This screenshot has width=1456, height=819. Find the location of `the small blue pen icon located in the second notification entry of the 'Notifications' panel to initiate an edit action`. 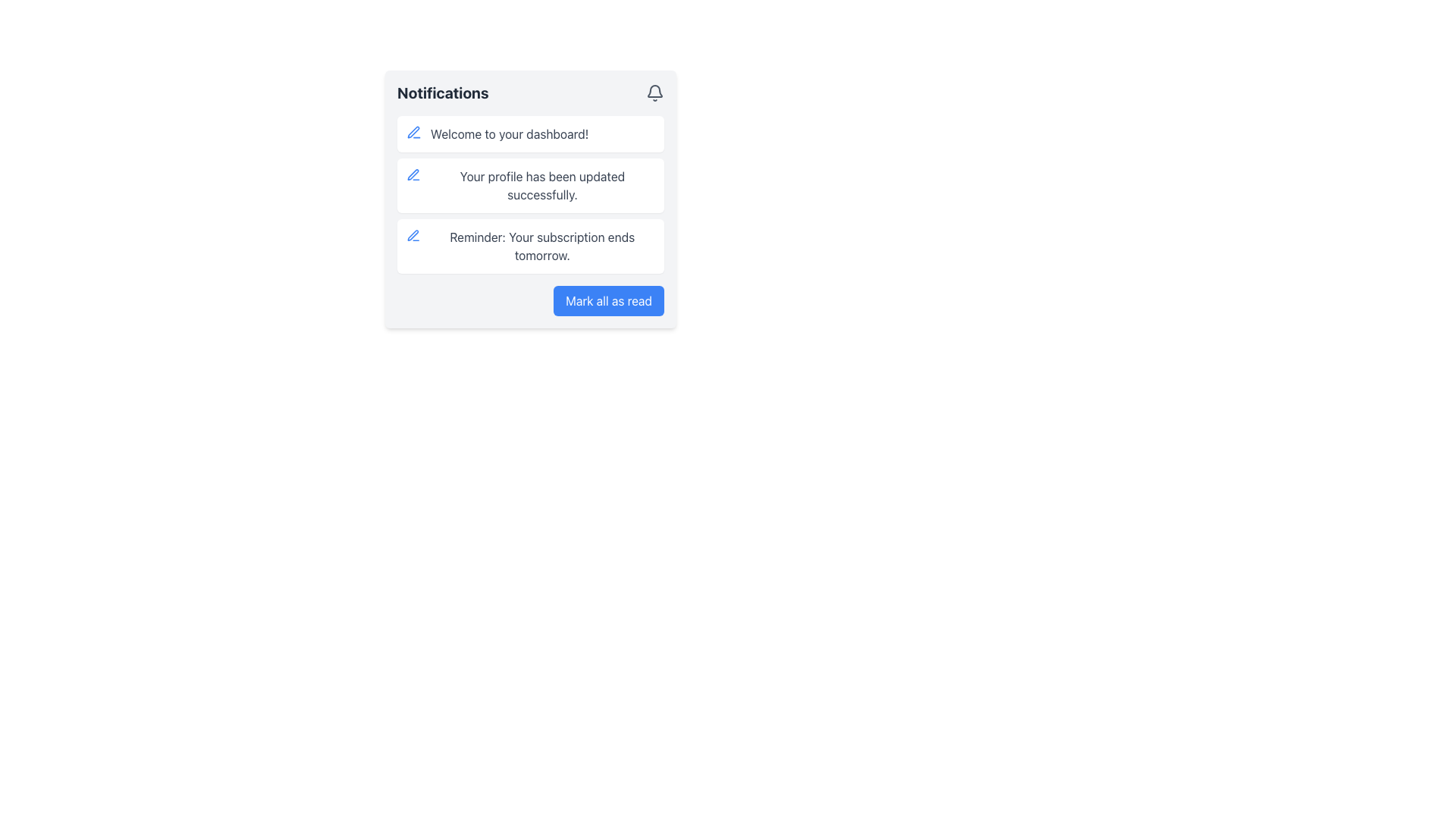

the small blue pen icon located in the second notification entry of the 'Notifications' panel to initiate an edit action is located at coordinates (413, 174).